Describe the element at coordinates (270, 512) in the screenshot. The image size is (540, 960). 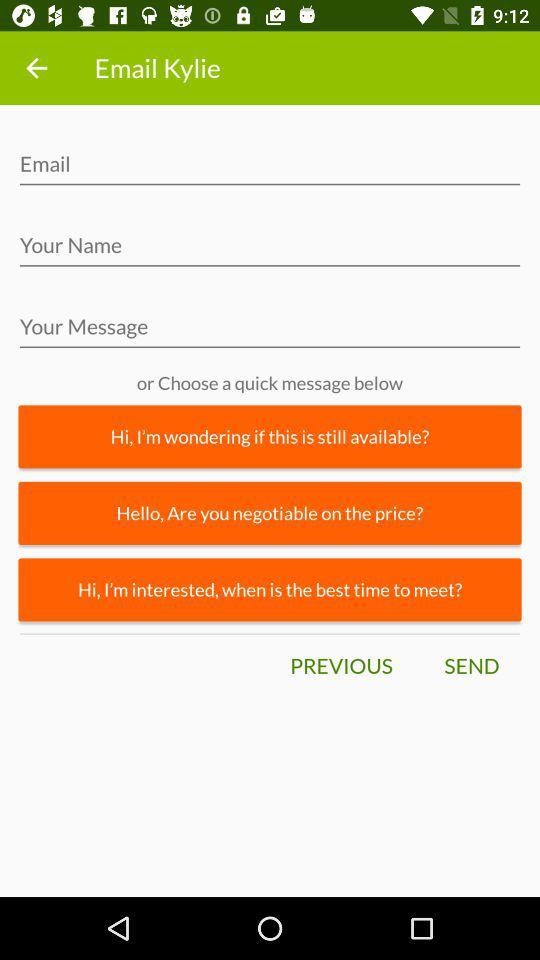
I see `hello are you icon` at that location.